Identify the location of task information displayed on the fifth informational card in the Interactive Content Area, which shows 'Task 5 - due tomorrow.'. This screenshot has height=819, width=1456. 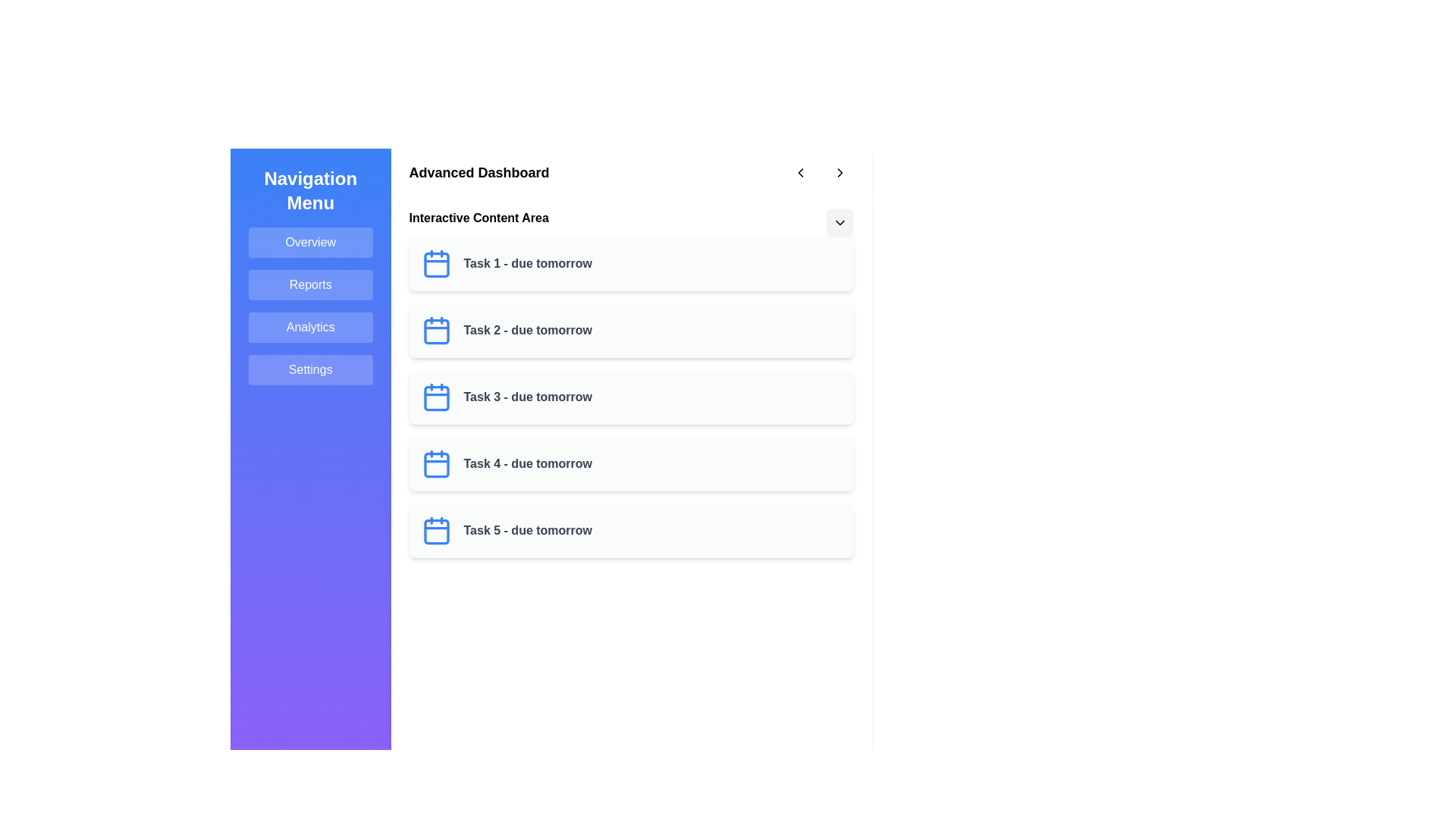
(631, 529).